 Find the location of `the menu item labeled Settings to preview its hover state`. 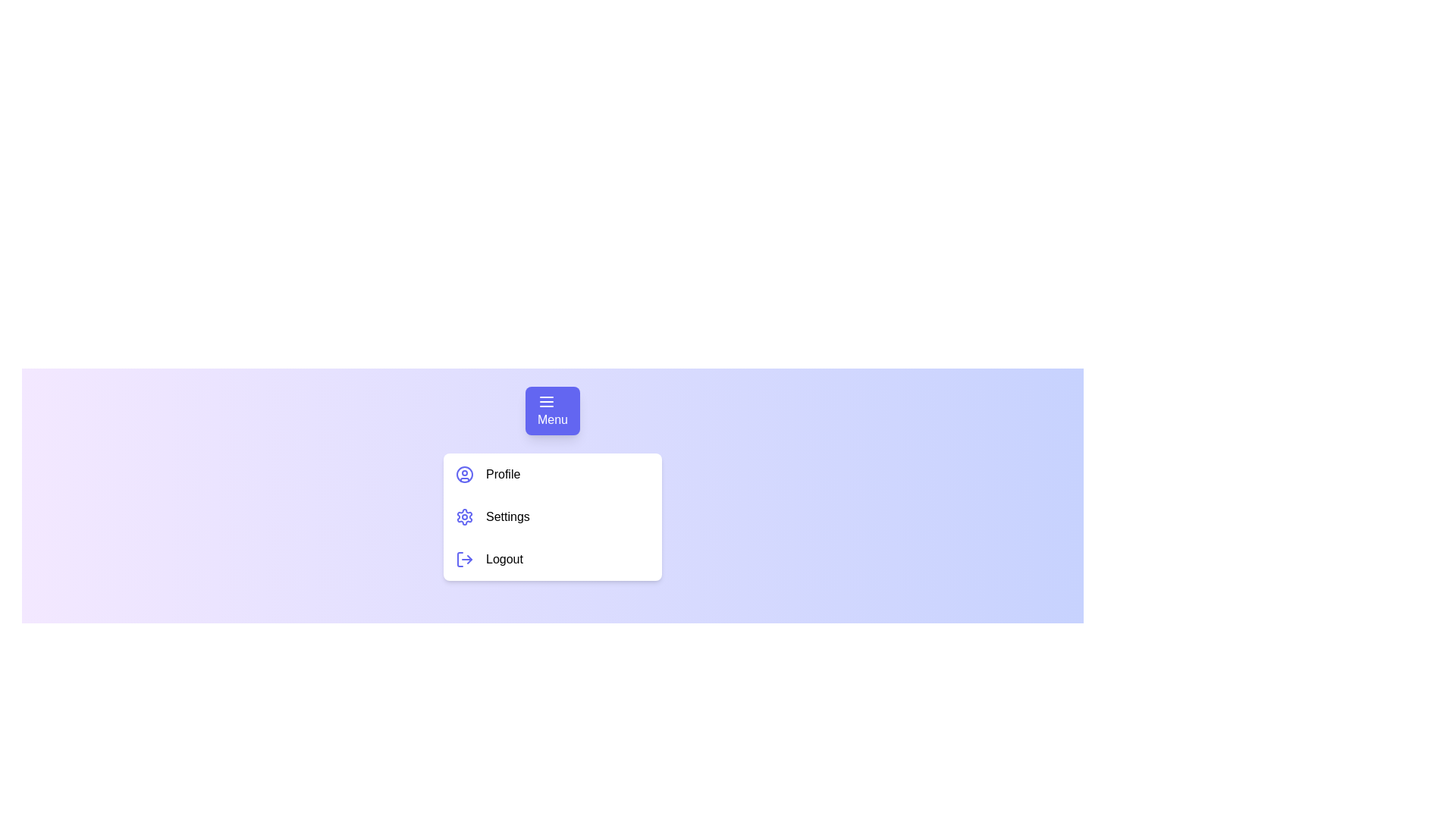

the menu item labeled Settings to preview its hover state is located at coordinates (552, 516).